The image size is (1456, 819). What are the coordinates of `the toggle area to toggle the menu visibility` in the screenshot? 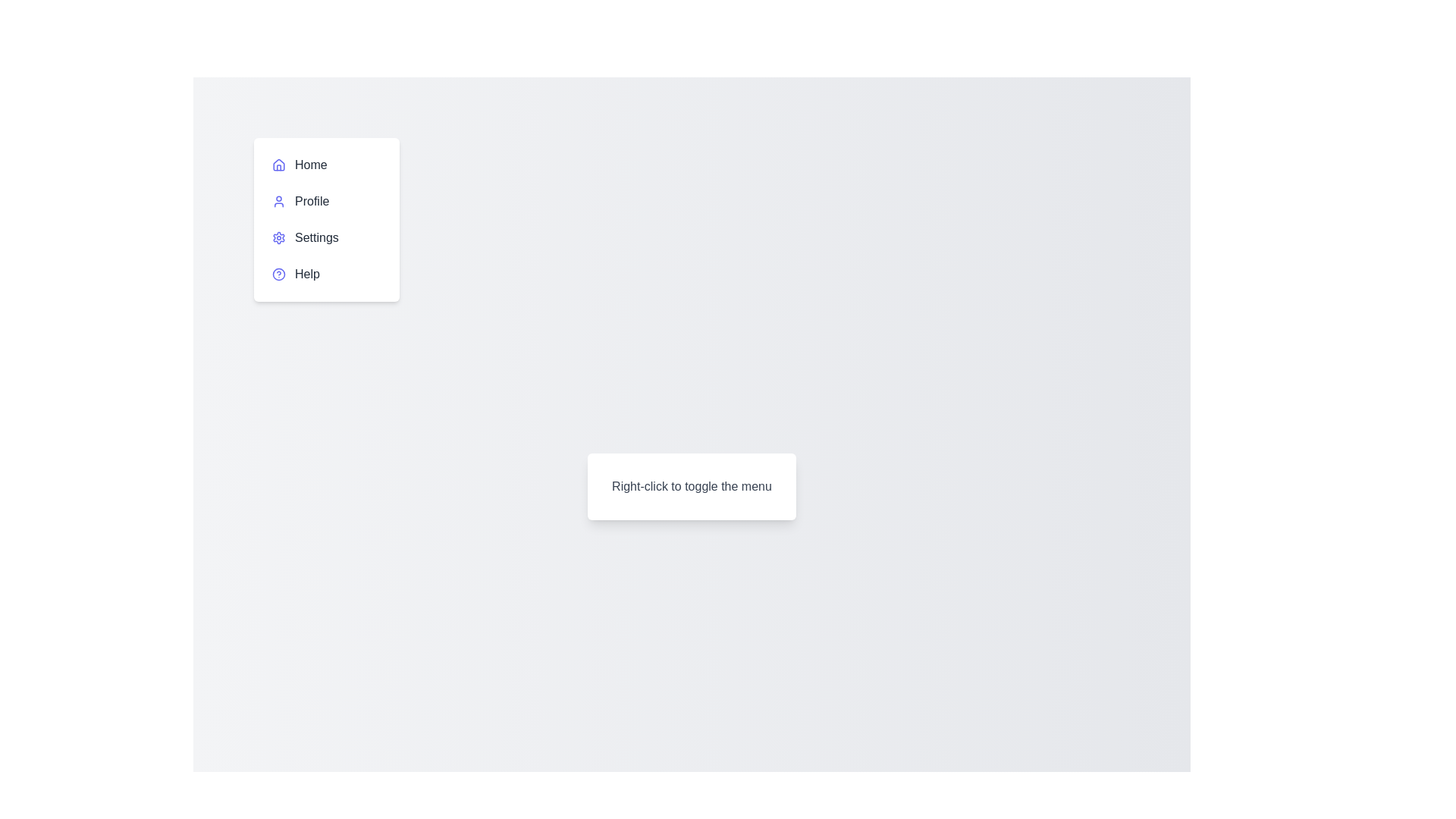 It's located at (691, 486).